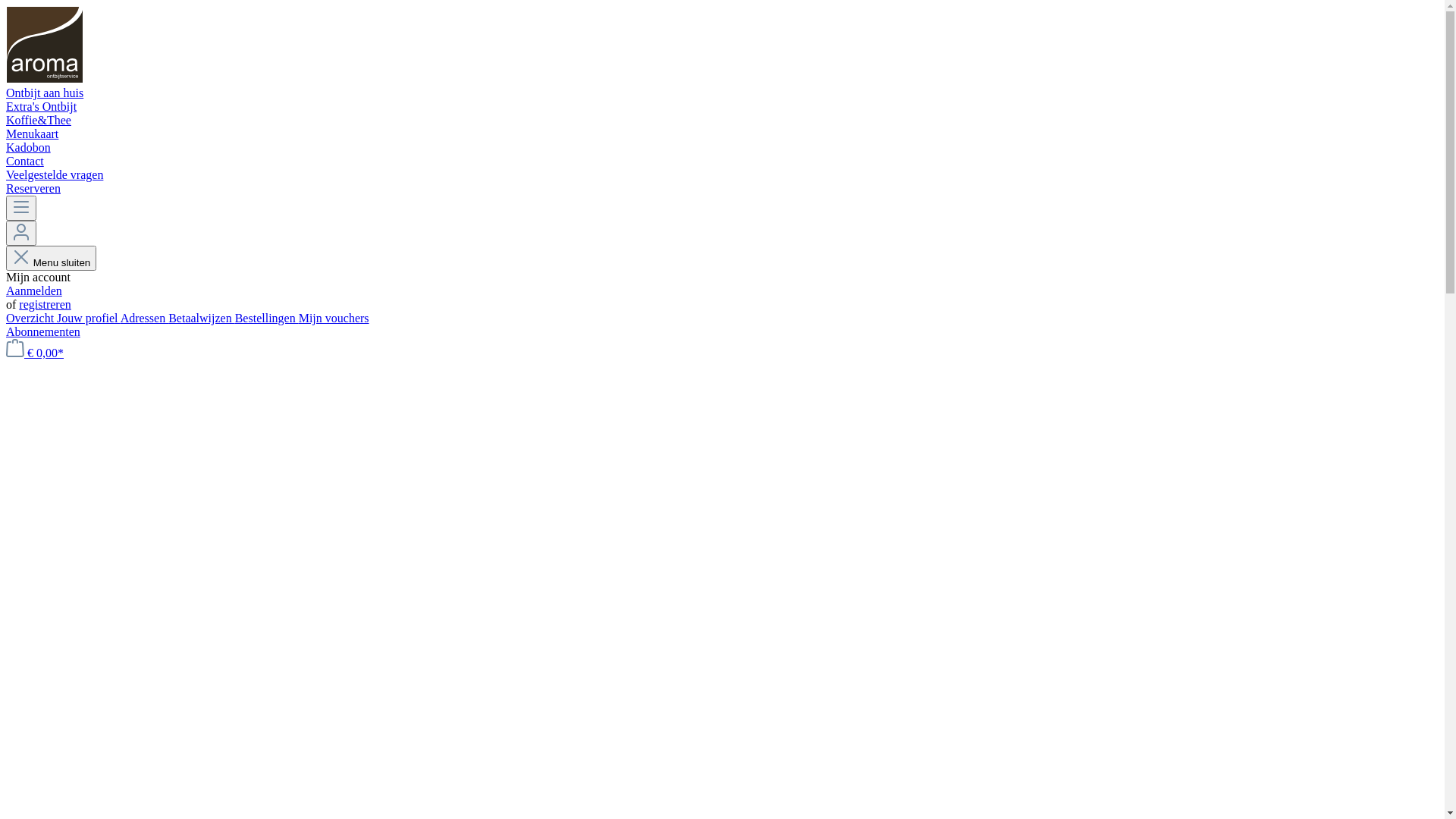 This screenshot has width=1456, height=819. Describe the element at coordinates (200, 317) in the screenshot. I see `'Betaalwijzen'` at that location.